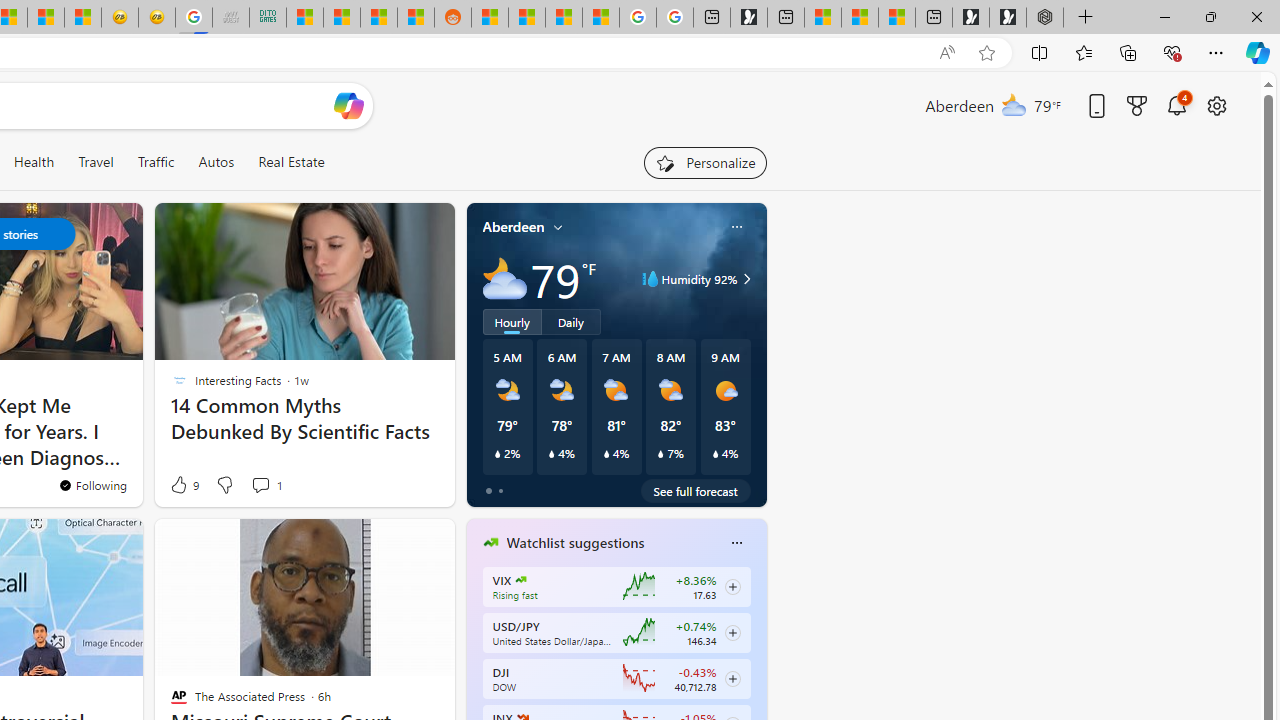 Image resolution: width=1280 pixels, height=720 pixels. I want to click on 'Daily', so click(570, 320).